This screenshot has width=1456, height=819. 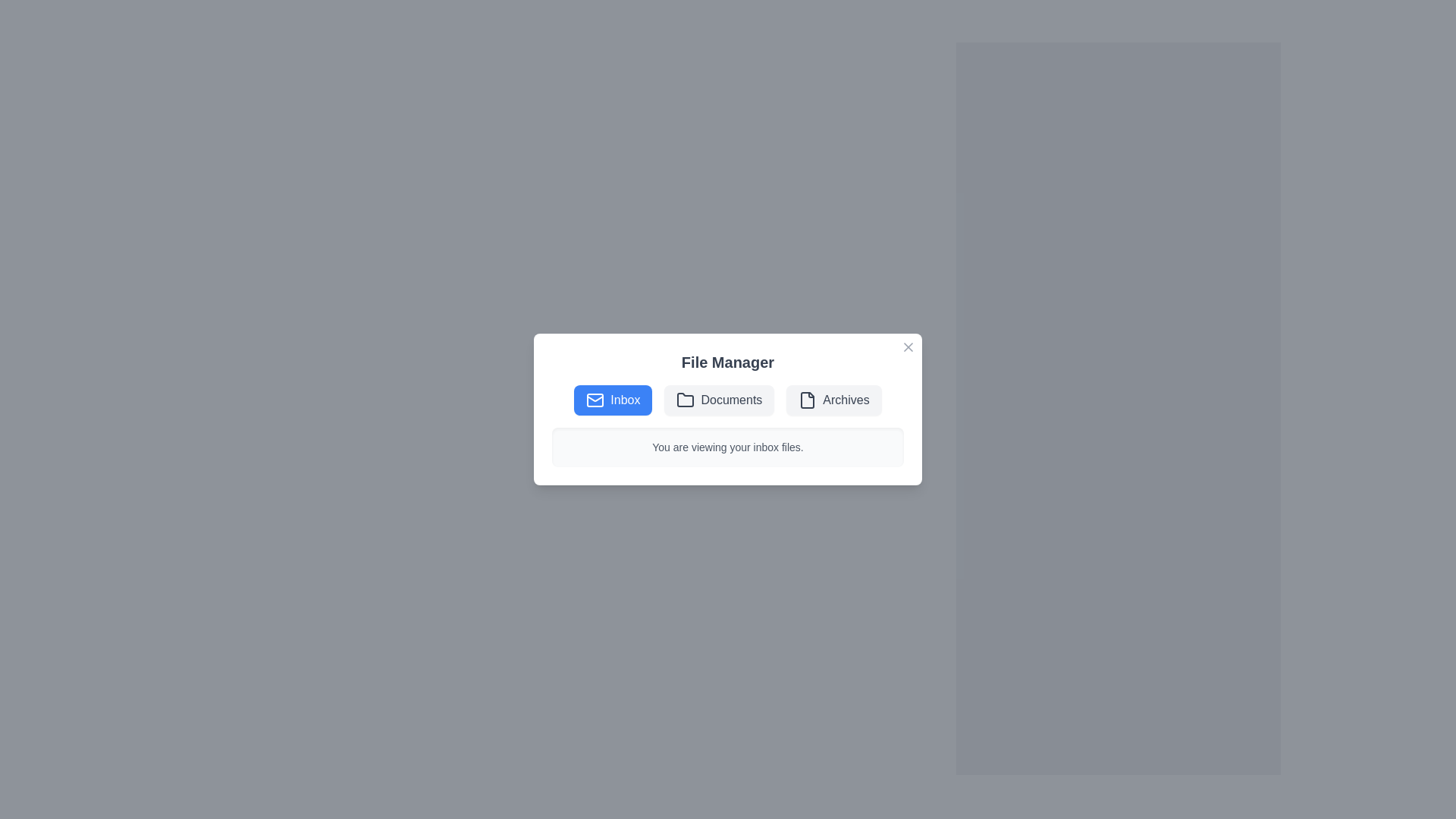 I want to click on the 'File Manager' text which is displayed in large, bold, gray text at the top section of the white dialog box, so click(x=728, y=362).